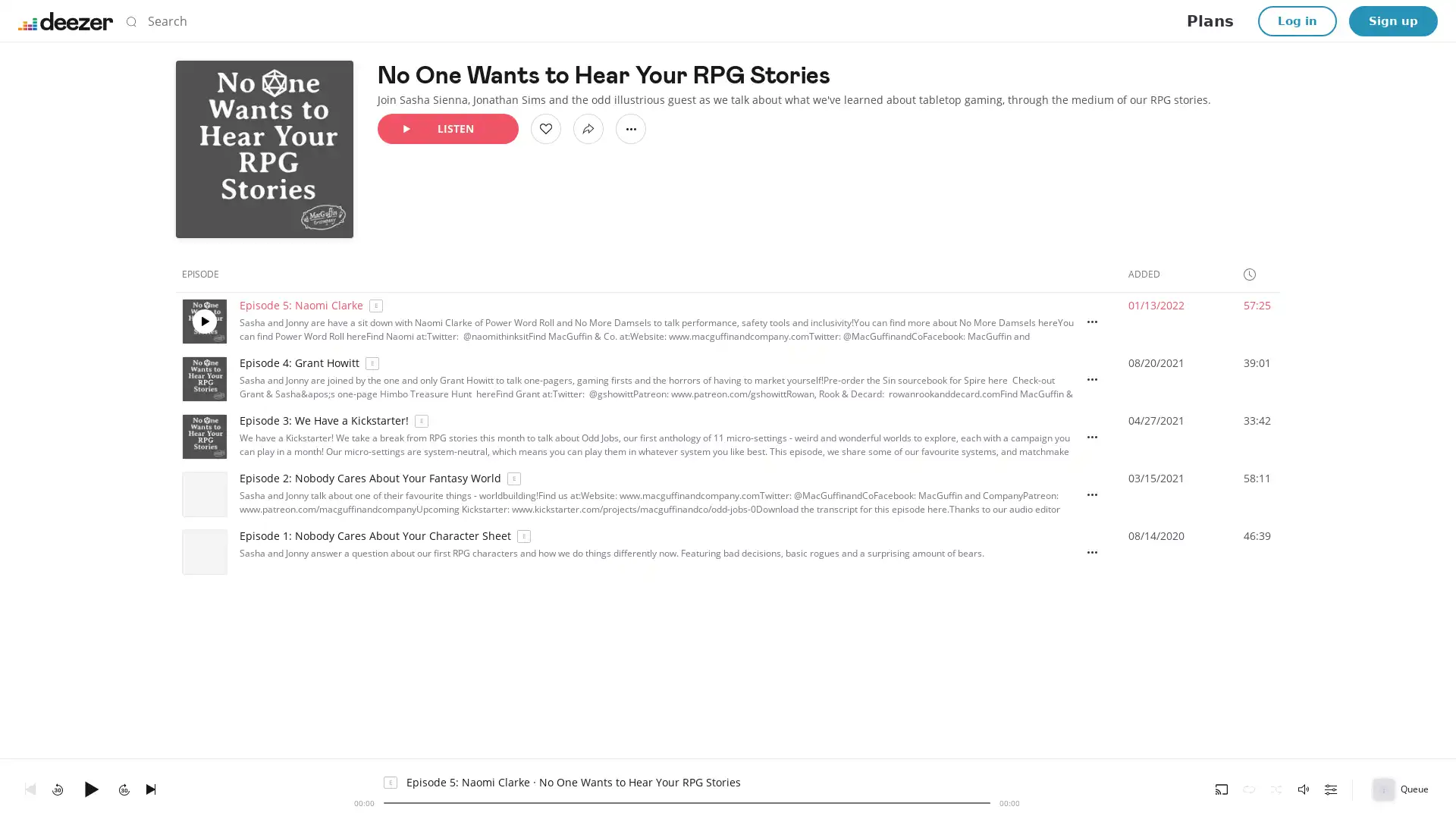 The image size is (1456, 819). Describe the element at coordinates (447, 127) in the screenshot. I see `LISTEN` at that location.